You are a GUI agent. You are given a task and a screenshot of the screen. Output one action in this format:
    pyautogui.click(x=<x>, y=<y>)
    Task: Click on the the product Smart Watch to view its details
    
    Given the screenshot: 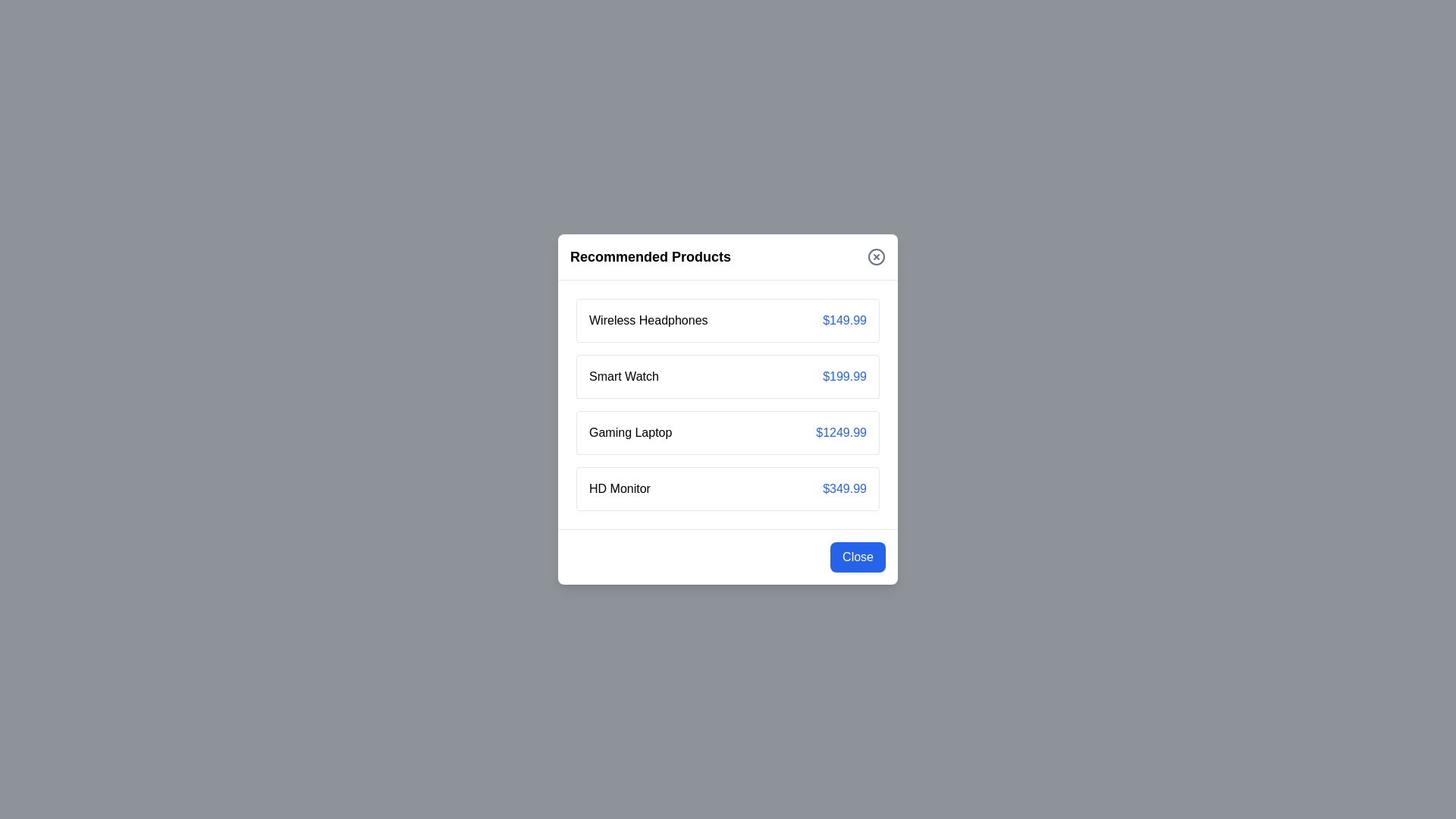 What is the action you would take?
    pyautogui.click(x=623, y=376)
    